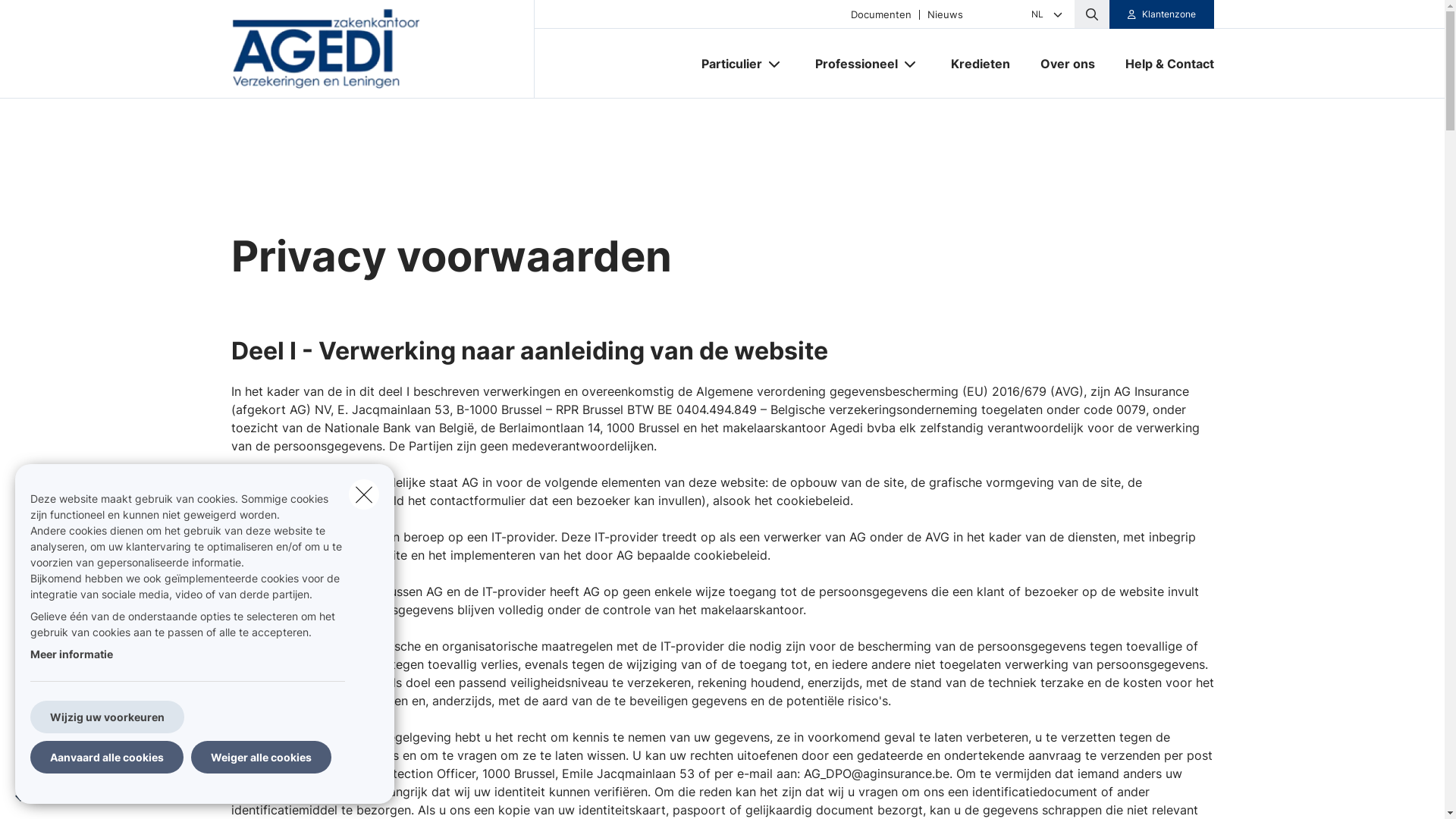 The image size is (1456, 819). I want to click on 'Nieuws', so click(944, 14).